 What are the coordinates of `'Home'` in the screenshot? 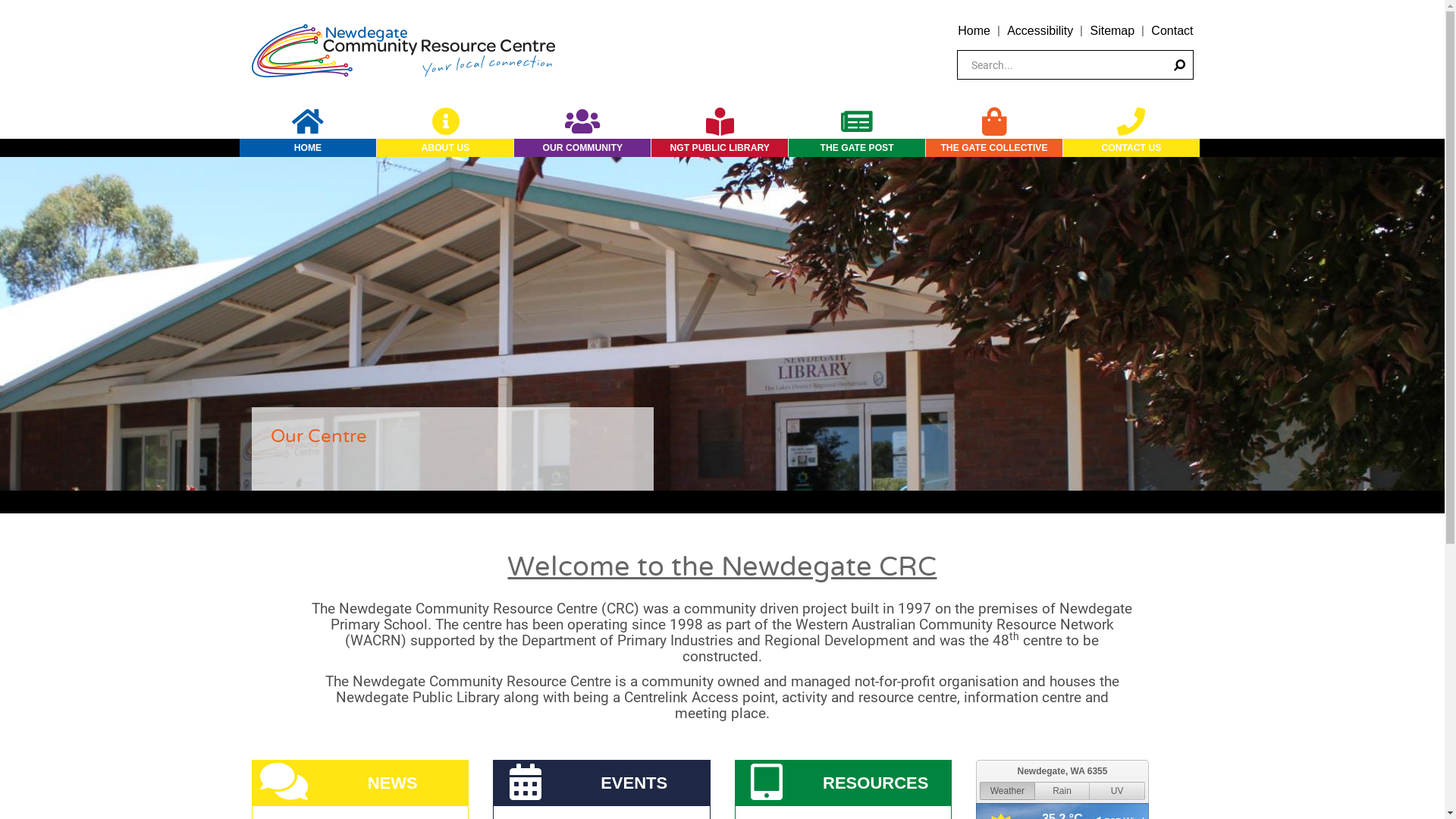 It's located at (974, 30).